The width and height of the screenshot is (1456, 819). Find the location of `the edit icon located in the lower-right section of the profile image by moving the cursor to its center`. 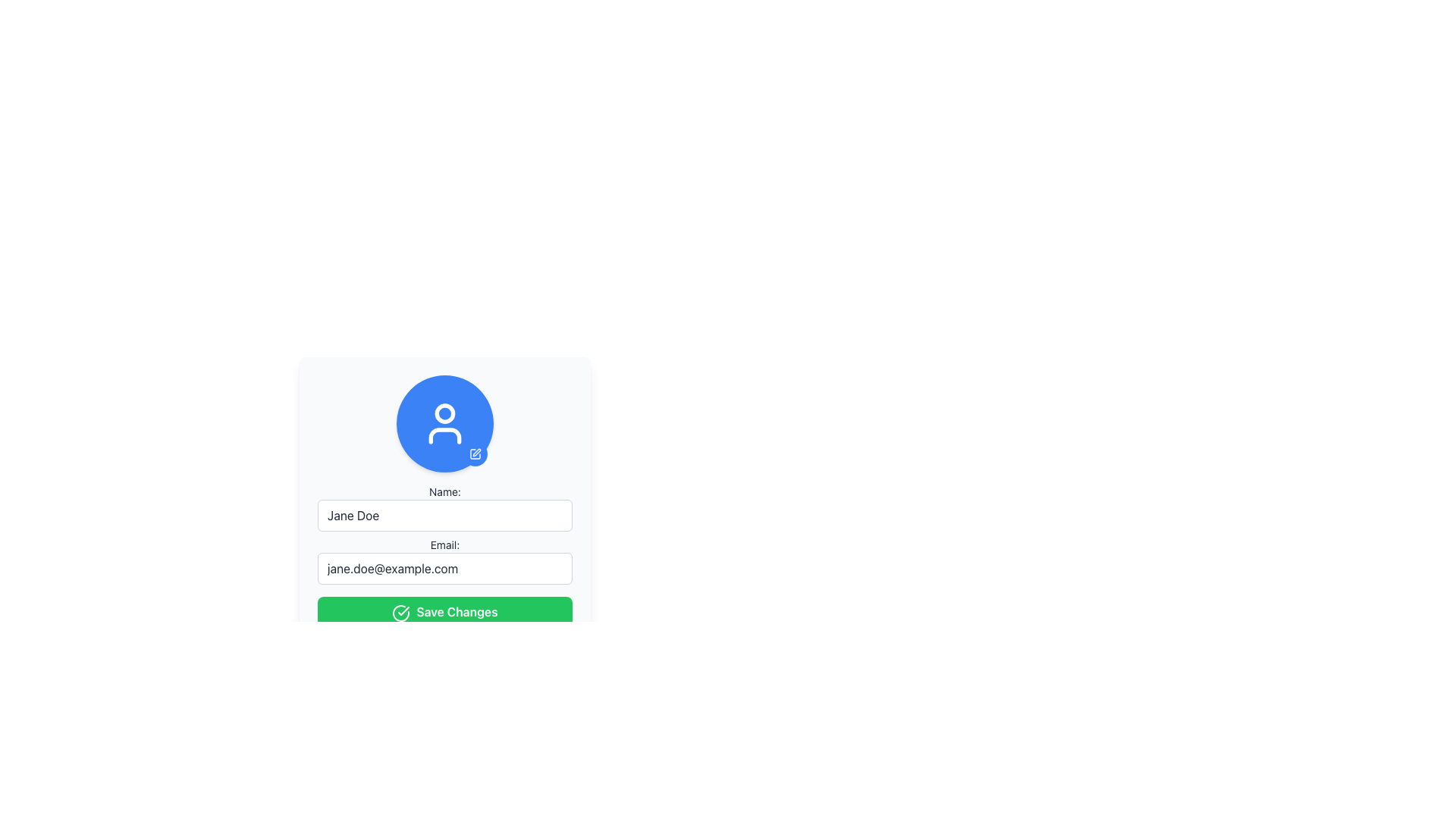

the edit icon located in the lower-right section of the profile image by moving the cursor to its center is located at coordinates (475, 453).